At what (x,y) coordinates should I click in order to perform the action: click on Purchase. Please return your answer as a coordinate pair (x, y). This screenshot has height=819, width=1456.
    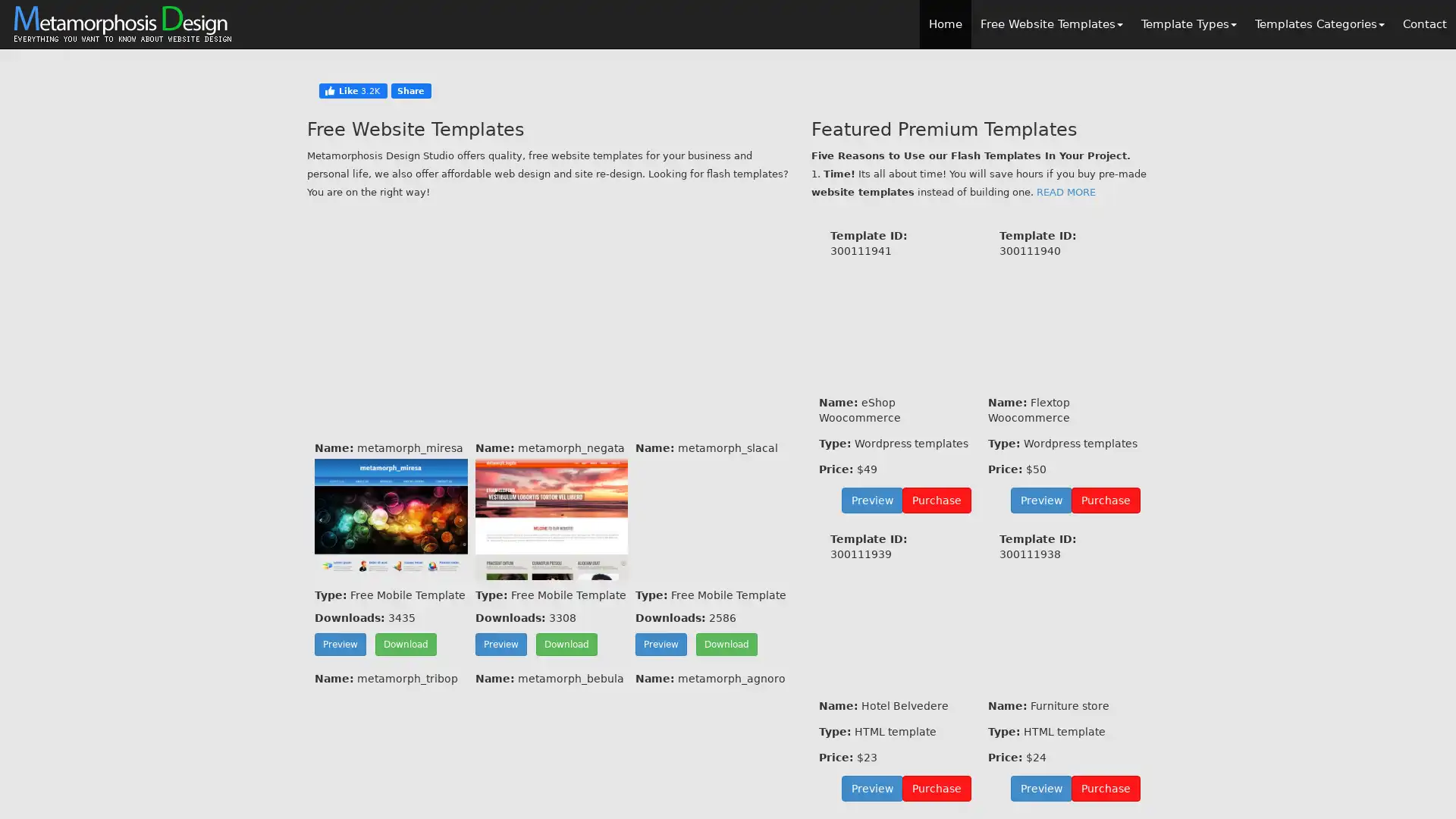
    Looking at the image, I should click on (936, 500).